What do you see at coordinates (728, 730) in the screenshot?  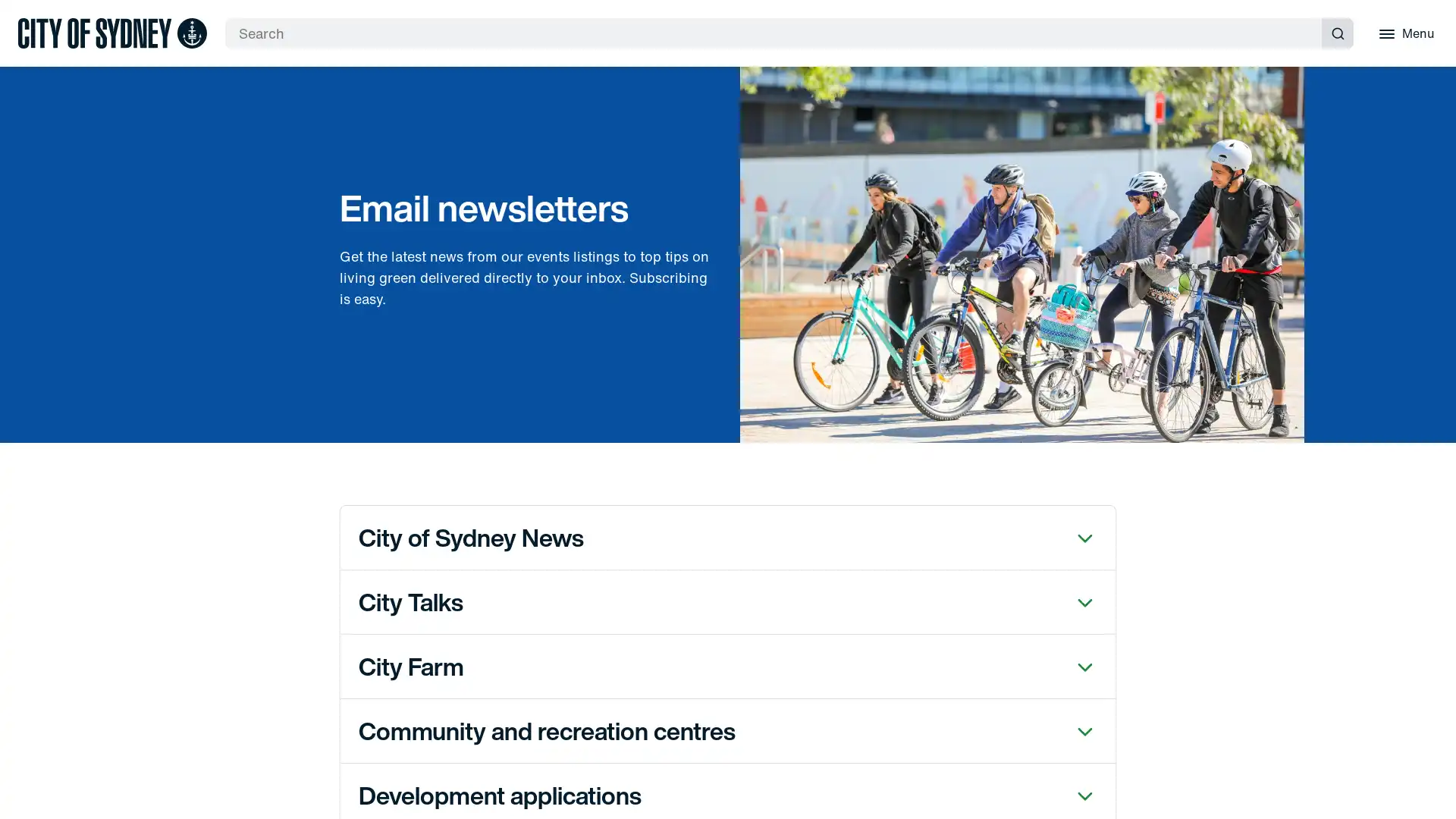 I see `Community and recreation centres` at bounding box center [728, 730].